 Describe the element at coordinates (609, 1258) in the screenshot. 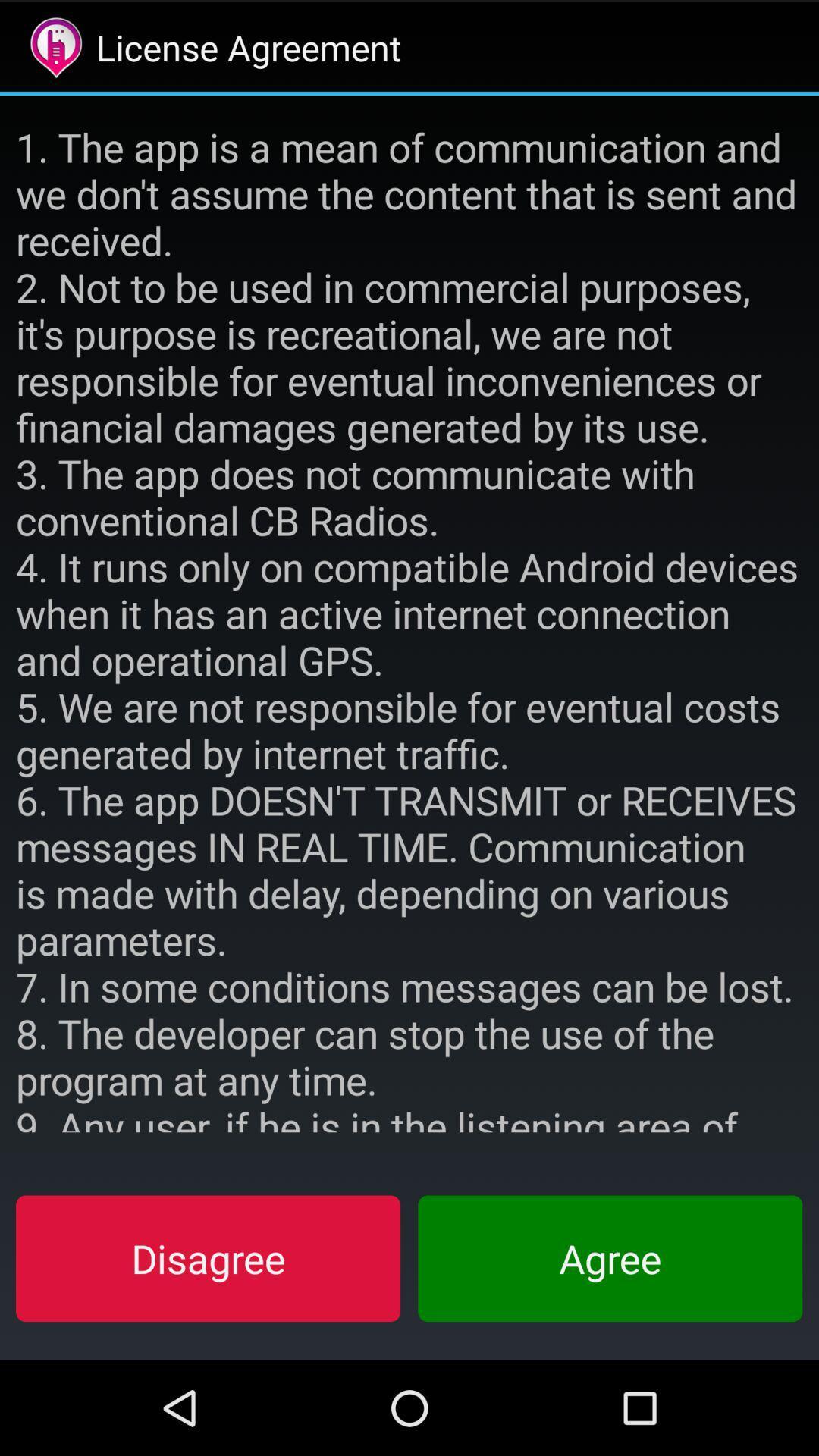

I see `the agree button` at that location.